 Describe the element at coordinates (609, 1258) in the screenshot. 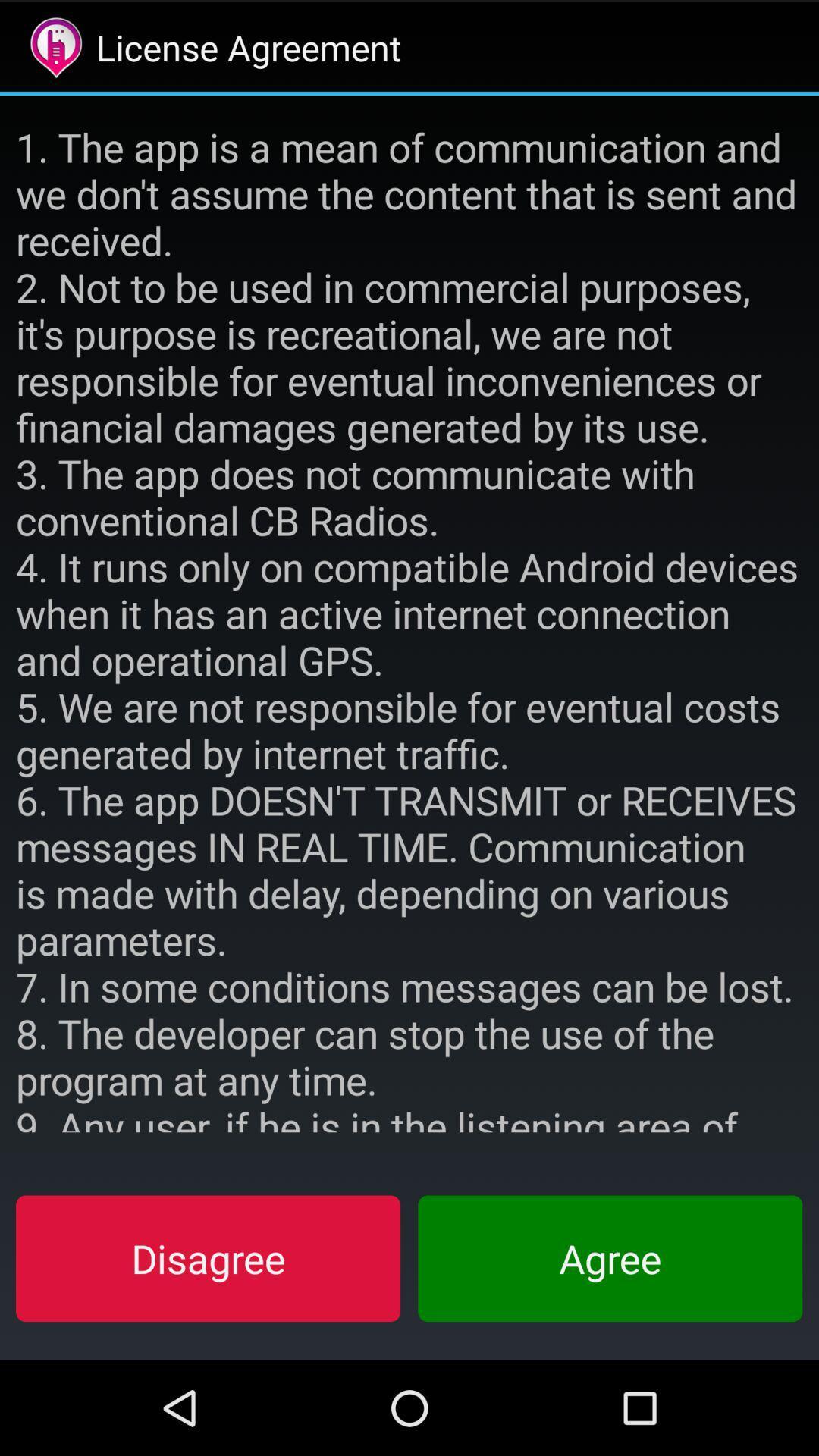

I see `the agree button` at that location.